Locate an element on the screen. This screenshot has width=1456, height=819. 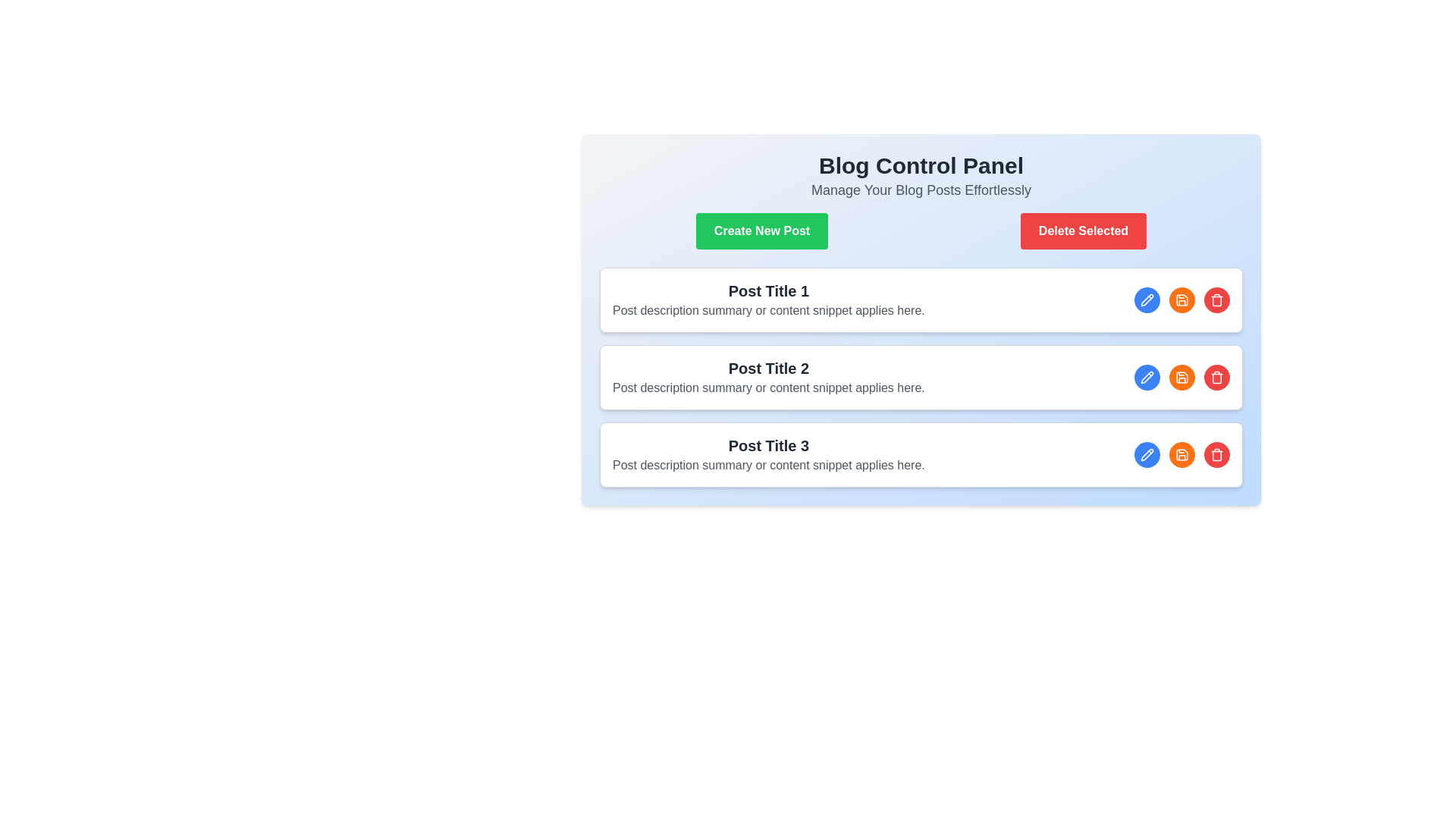
the small, circular orange save button located between the blue 'edit' button and the red 'delete' button at the end of the blog post card titled 'Post Title 3' is located at coordinates (1181, 454).